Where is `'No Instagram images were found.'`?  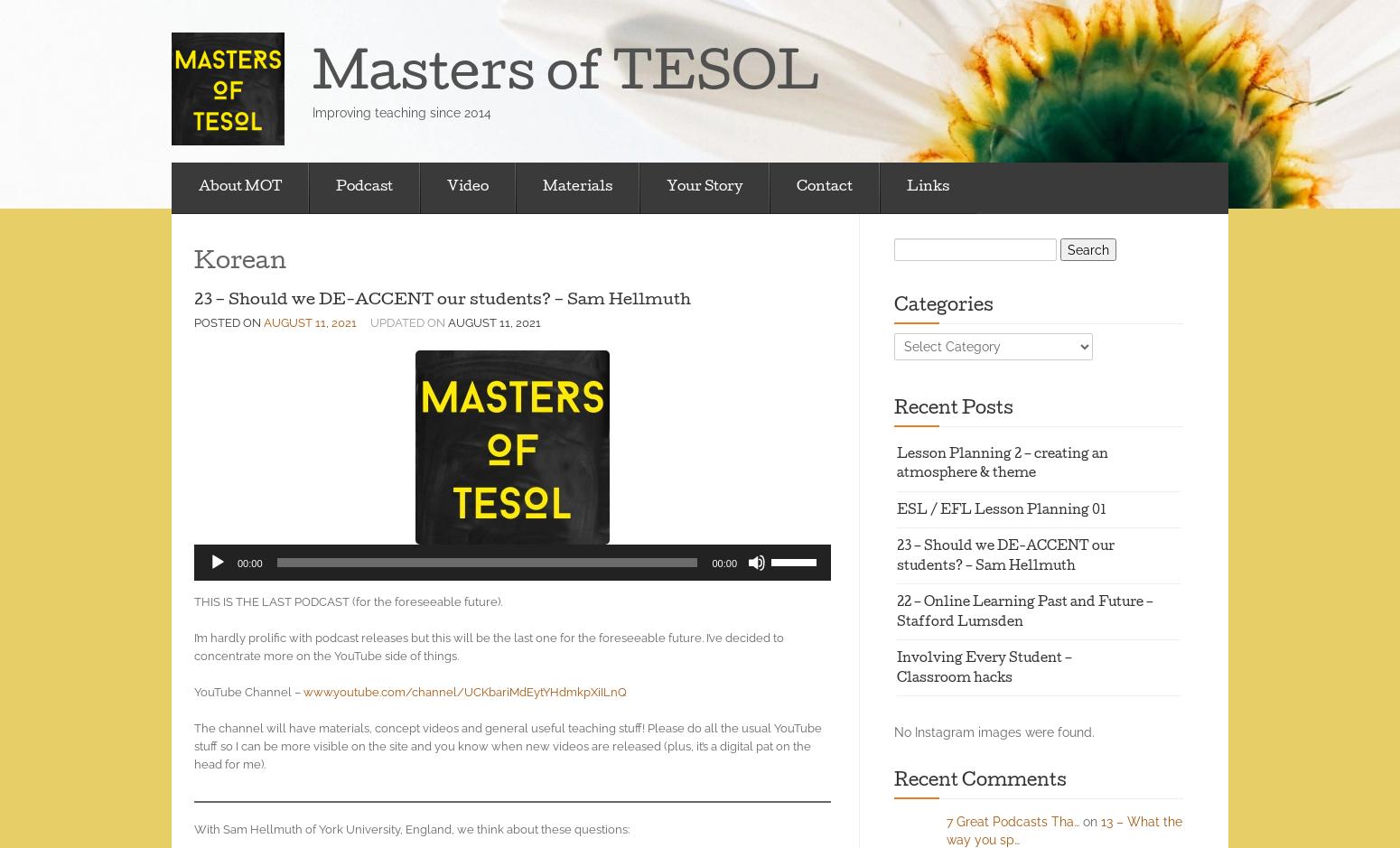 'No Instagram images were found.' is located at coordinates (892, 732).